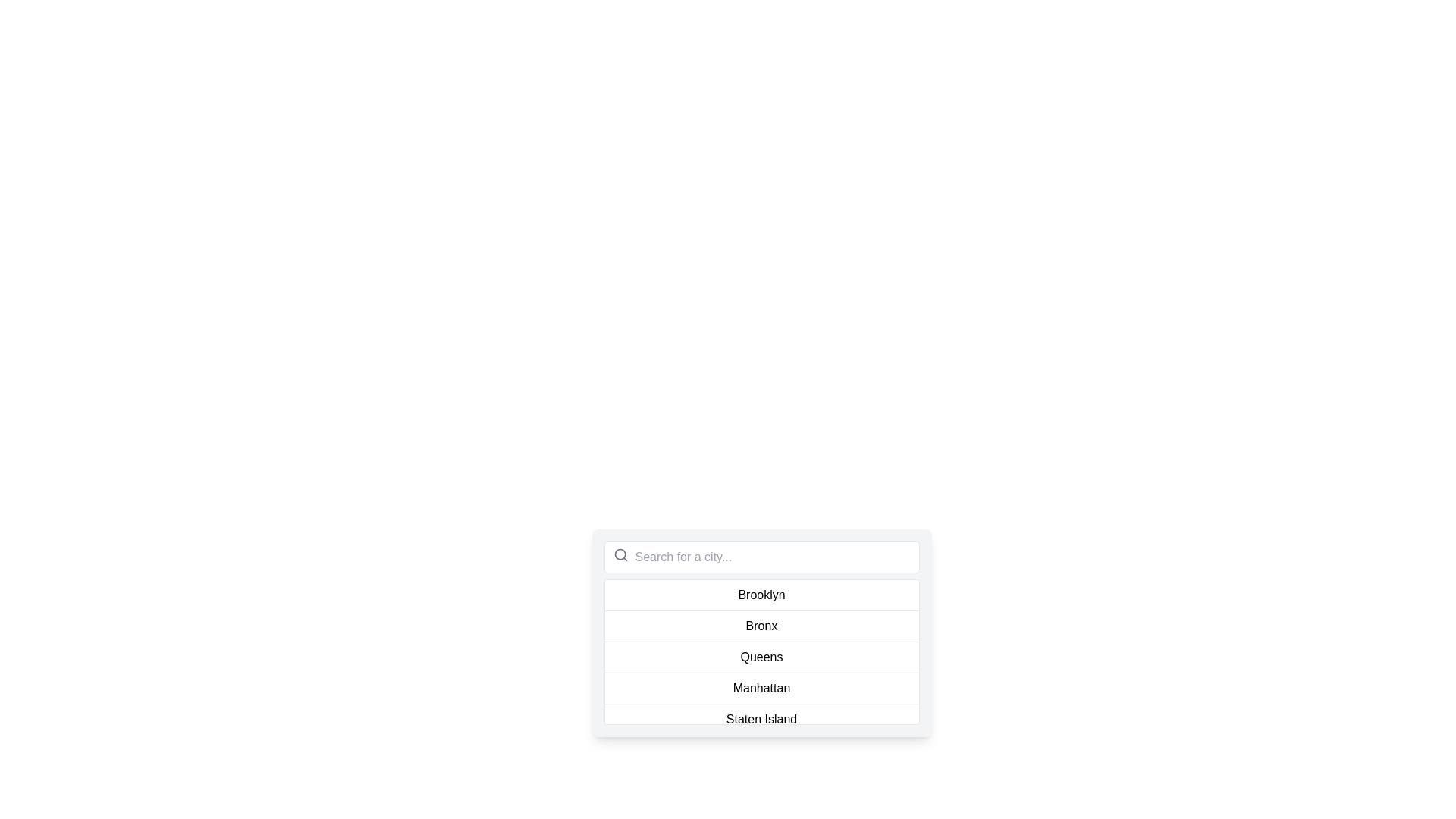 This screenshot has width=1456, height=819. Describe the element at coordinates (620, 555) in the screenshot. I see `the decorative search icon located to the left of the search input field labeled 'Search for a city...'` at that location.